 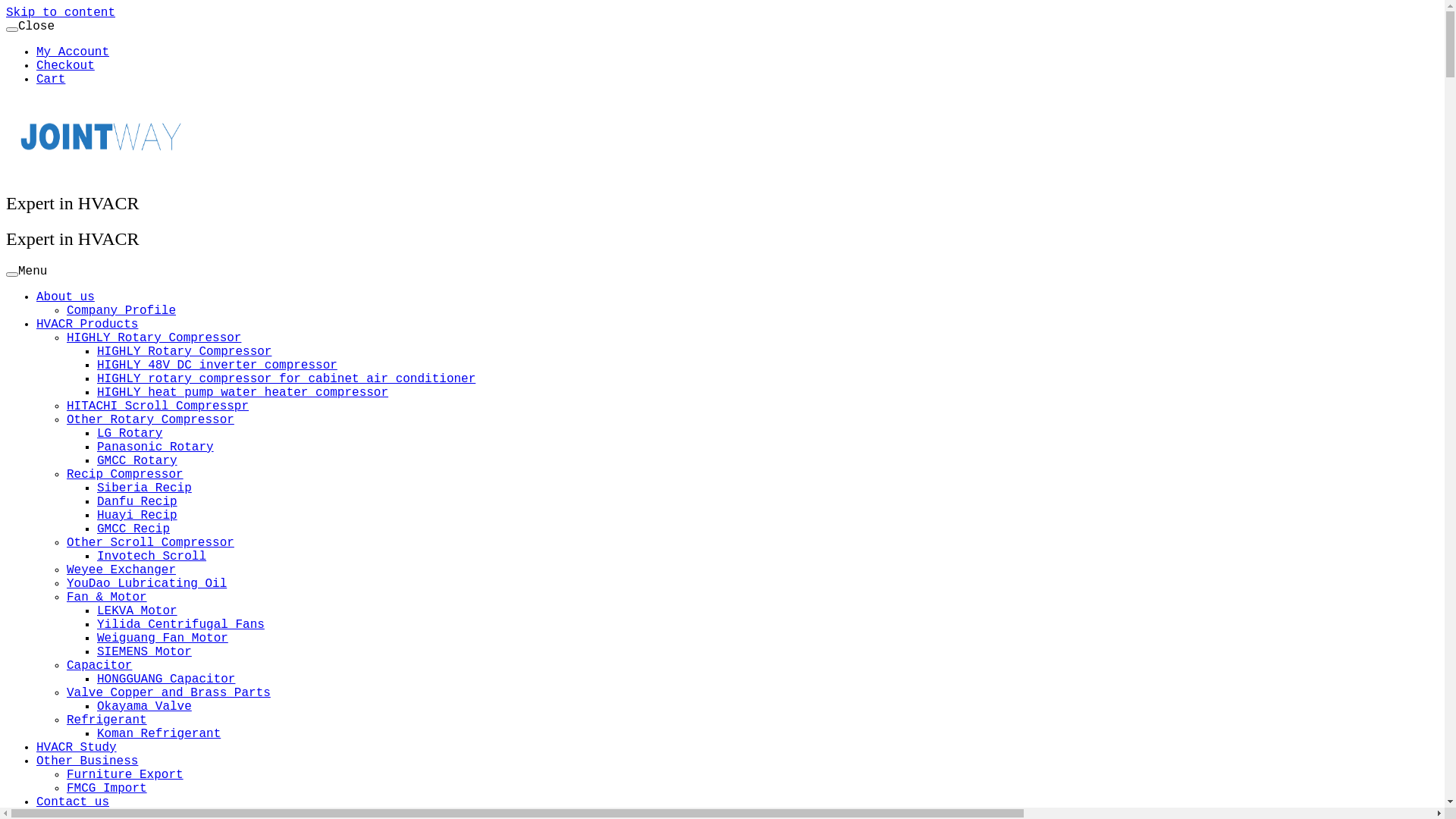 I want to click on 'YouDao Lubricating Oil', so click(x=146, y=583).